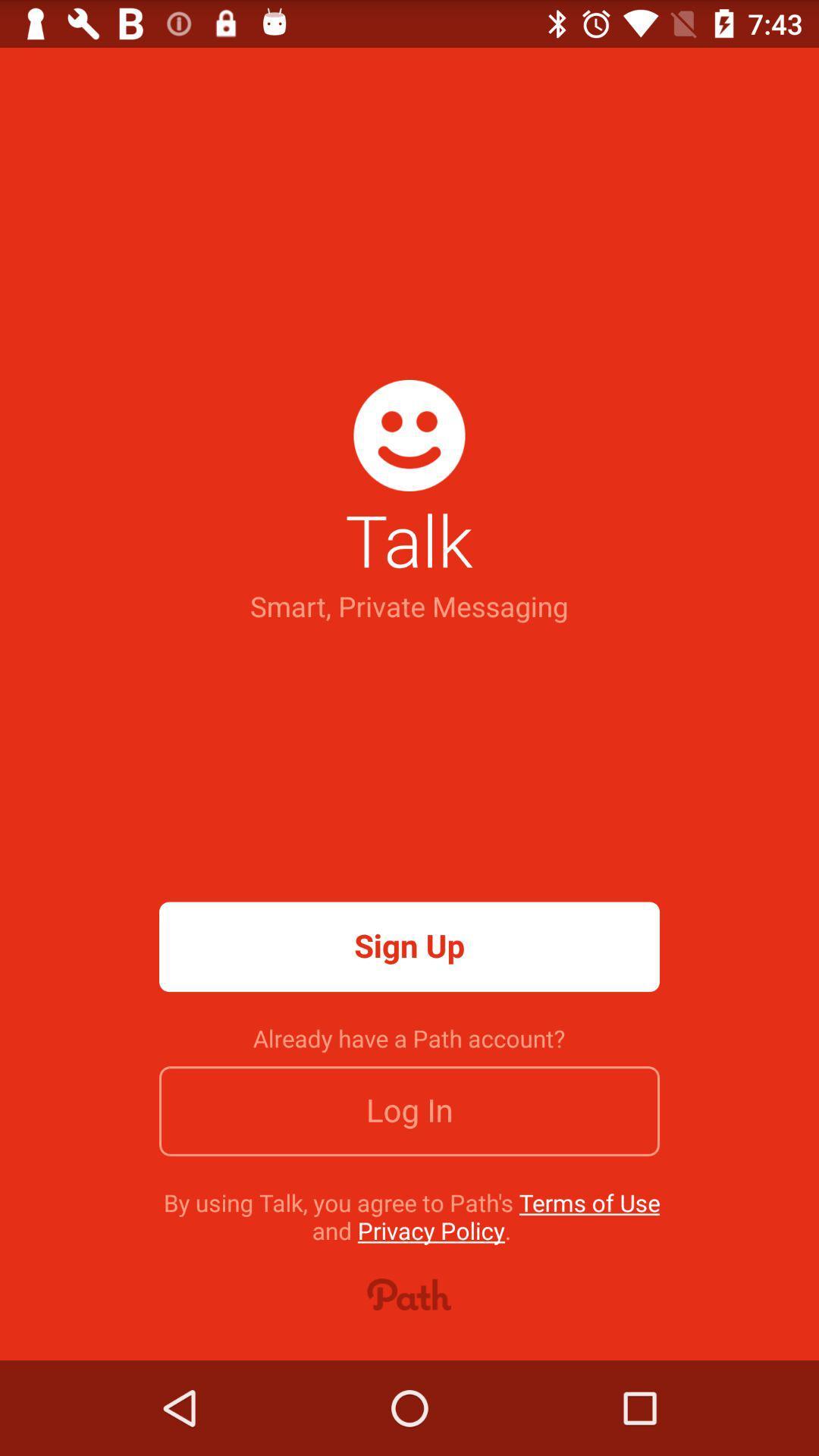 This screenshot has width=819, height=1456. Describe the element at coordinates (409, 946) in the screenshot. I see `app above the already have a icon` at that location.